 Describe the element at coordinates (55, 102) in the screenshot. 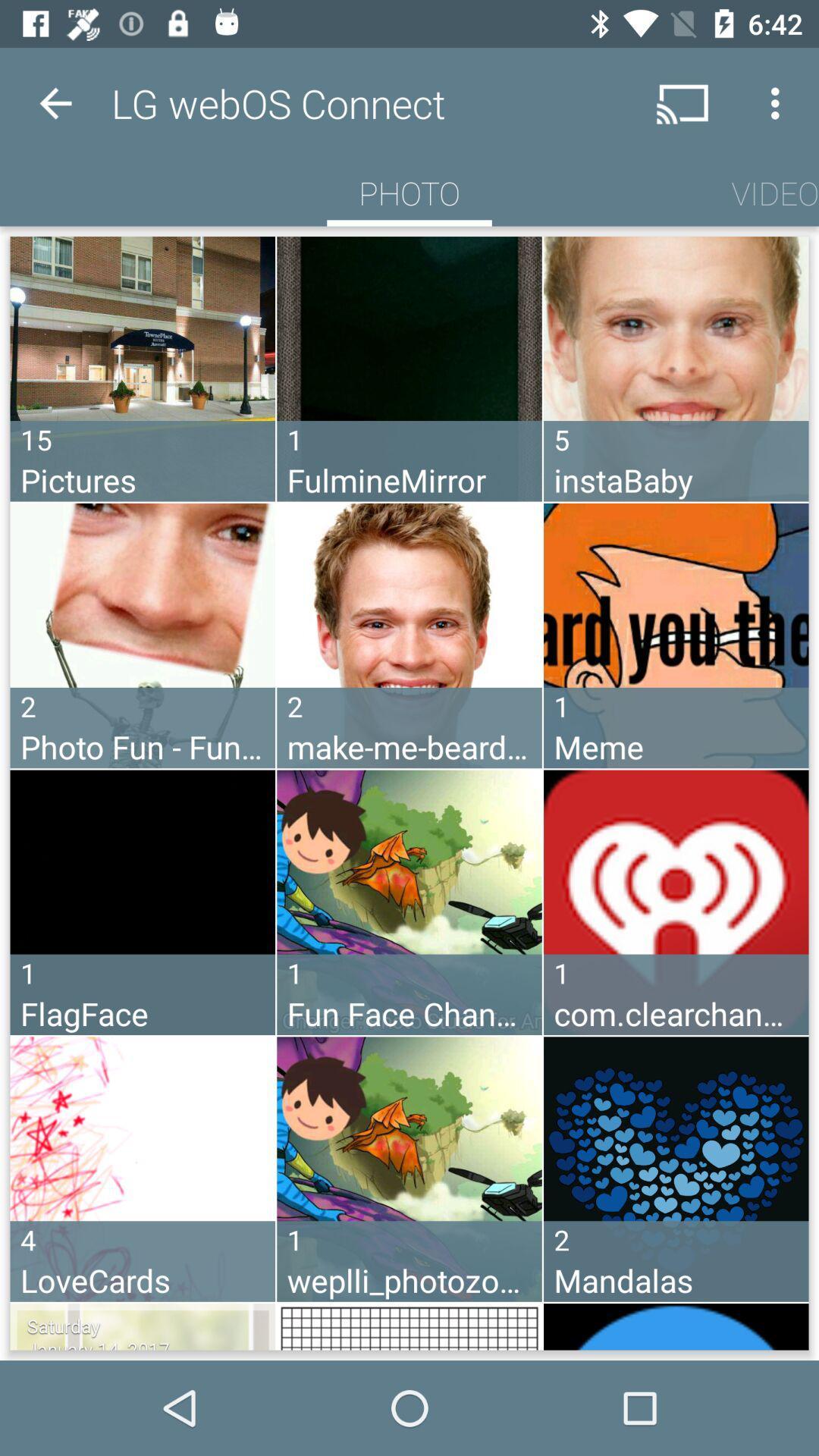

I see `the icon next to the lg webos connect item` at that location.